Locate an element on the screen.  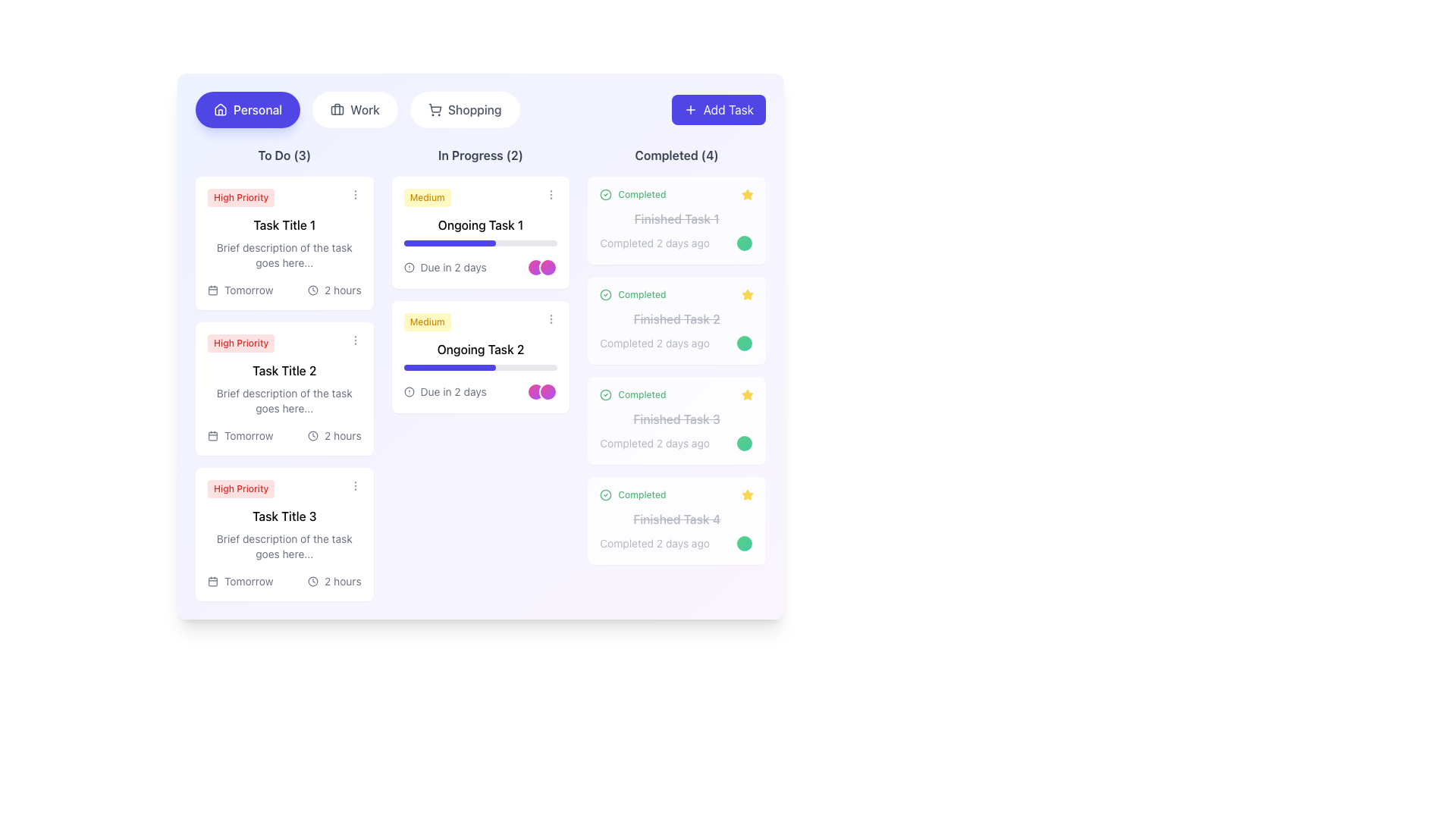
the circular icon with a green outline and a checkmark inside, located to the left of the text 'Completed' in the 'Completed' section of tasks is located at coordinates (605, 295).